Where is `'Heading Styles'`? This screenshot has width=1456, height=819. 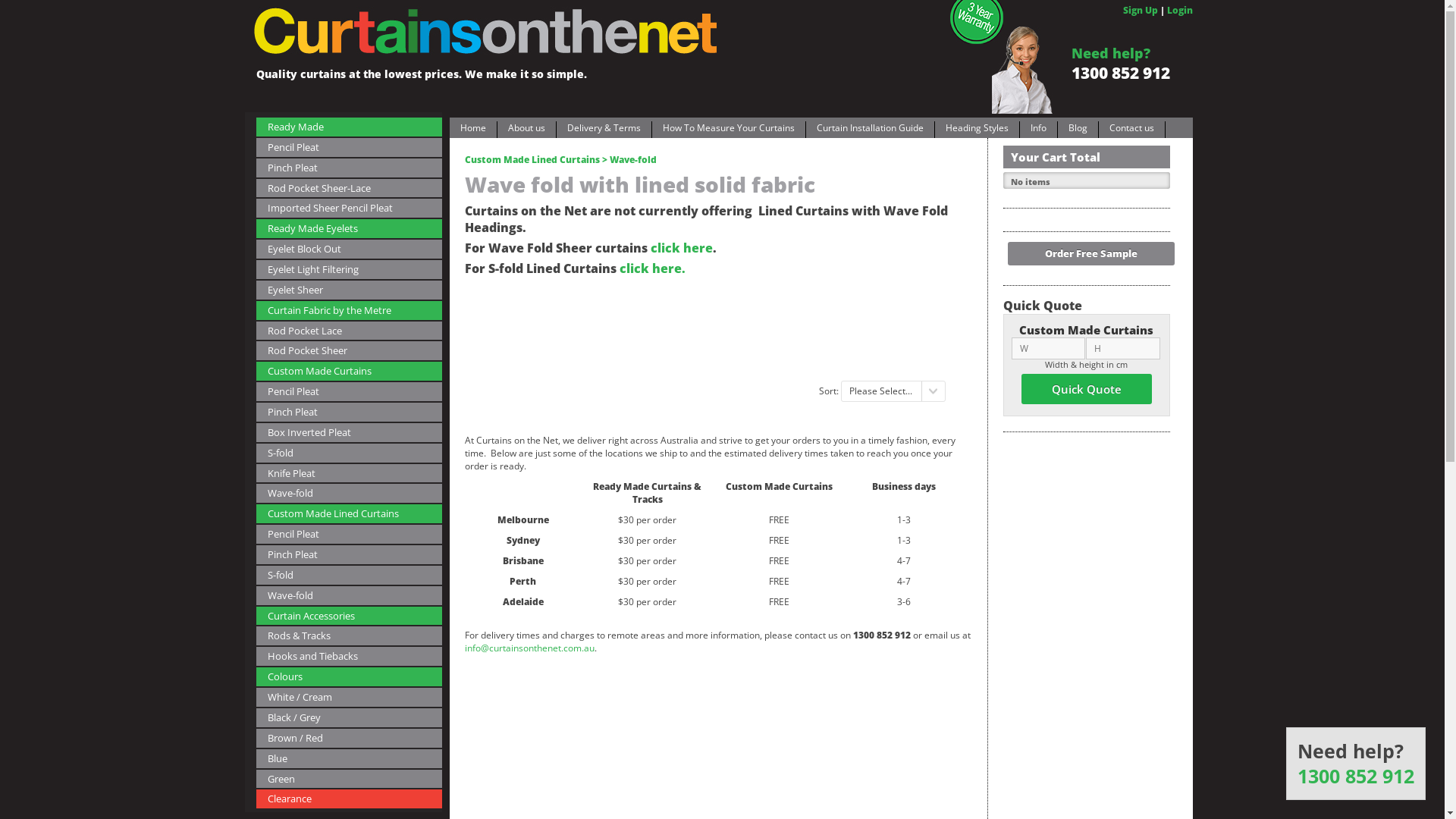 'Heading Styles' is located at coordinates (934, 128).